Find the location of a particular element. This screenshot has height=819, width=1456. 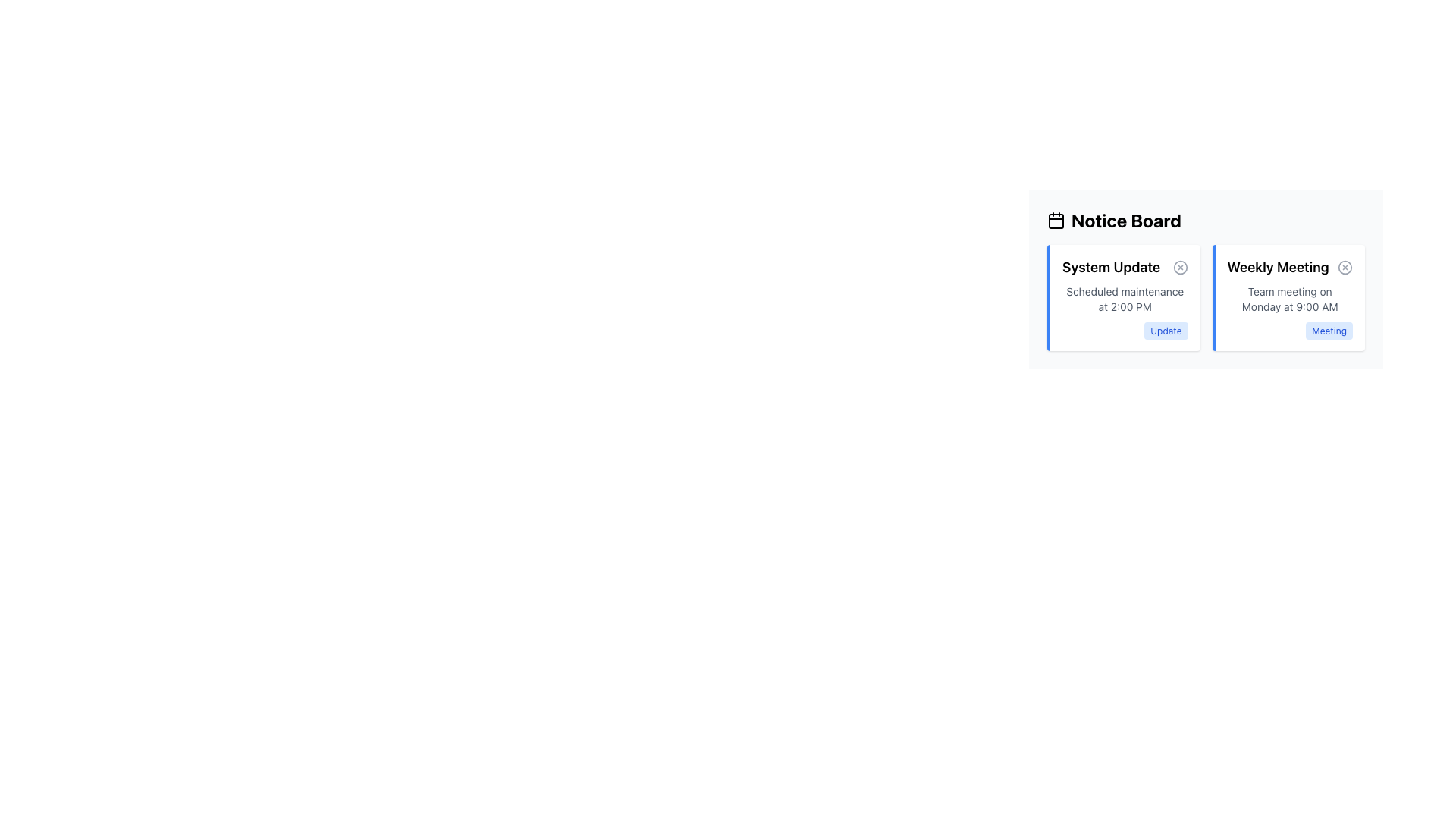

the 'Weekly Meeting' text label, which is styled with bold and large fonts and located in the second notice box under the 'Notice Board' section is located at coordinates (1289, 267).